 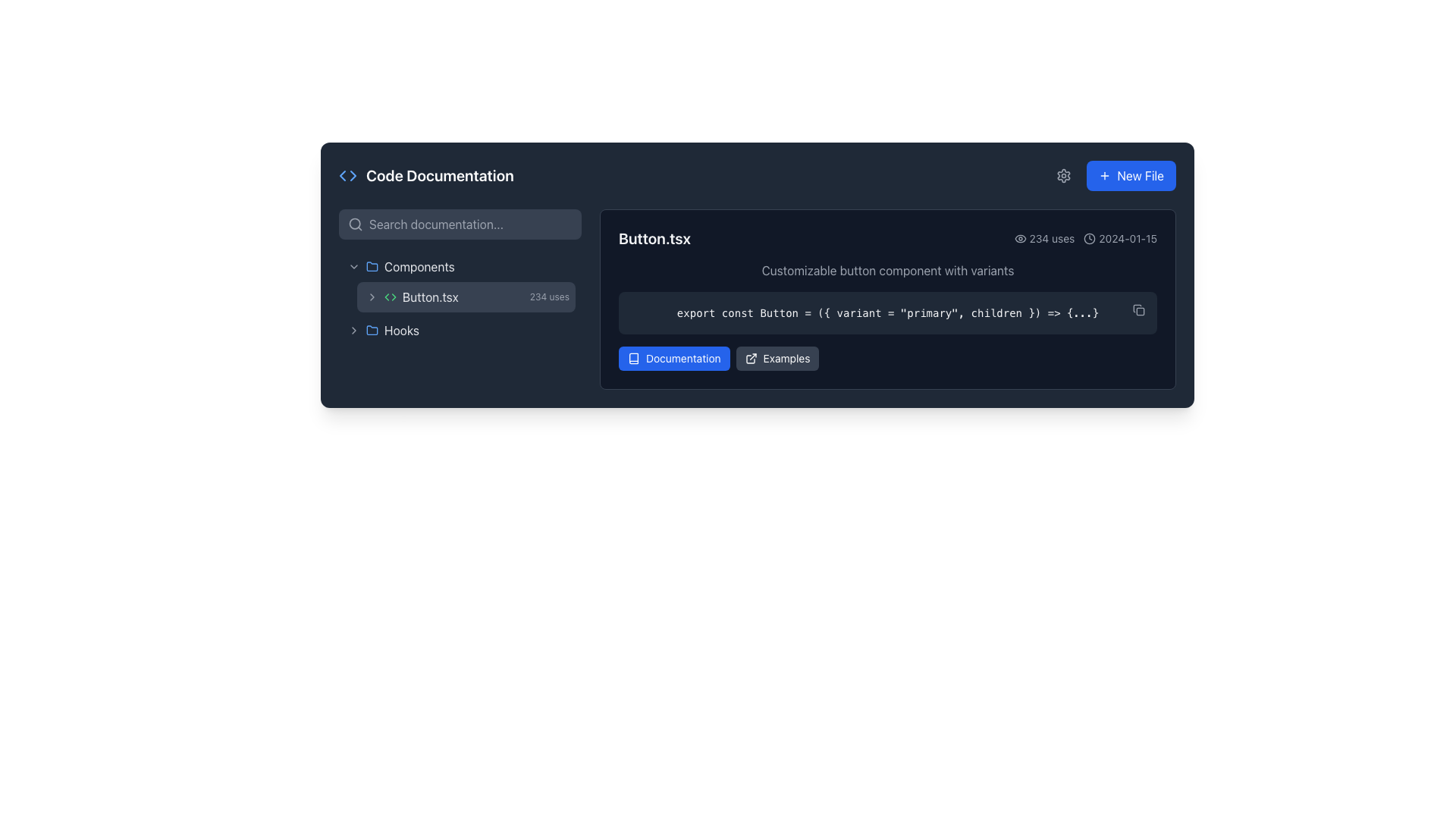 I want to click on the 'Documentation' icon located in the top-right region of the interface, so click(x=633, y=359).